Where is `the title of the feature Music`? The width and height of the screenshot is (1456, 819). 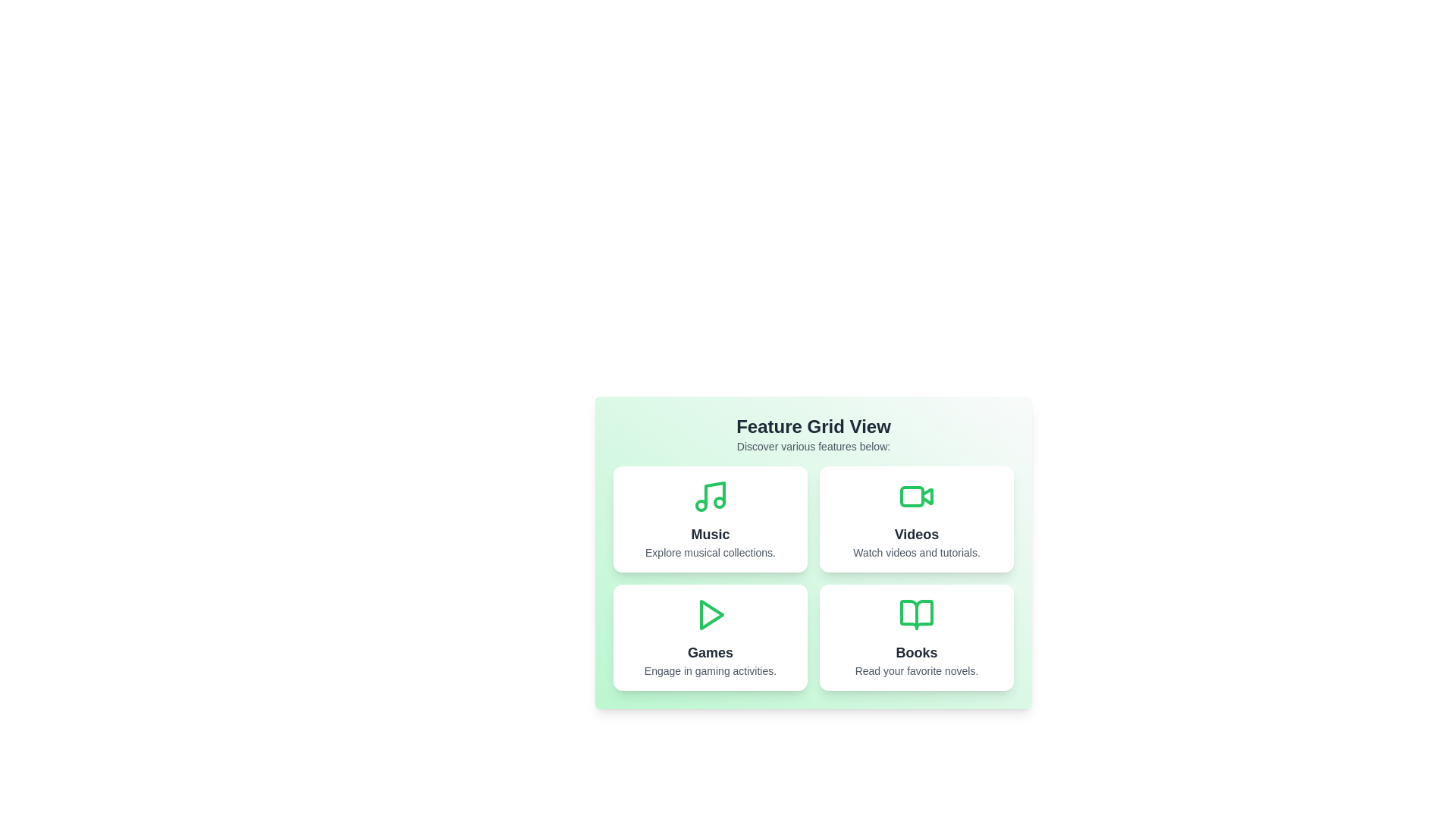 the title of the feature Music is located at coordinates (709, 534).